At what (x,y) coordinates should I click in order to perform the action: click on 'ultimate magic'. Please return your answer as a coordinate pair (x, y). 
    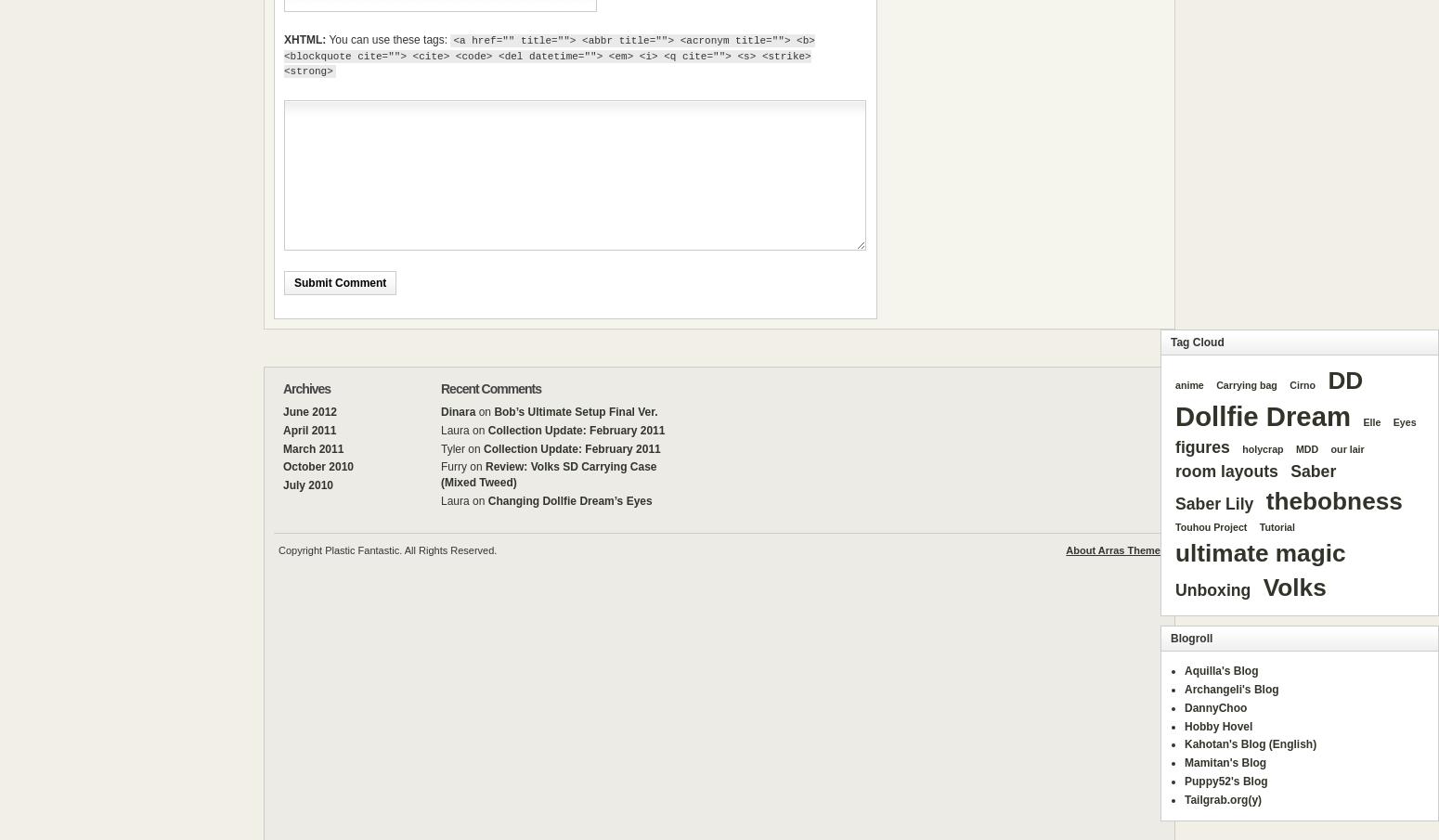
    Looking at the image, I should click on (1260, 552).